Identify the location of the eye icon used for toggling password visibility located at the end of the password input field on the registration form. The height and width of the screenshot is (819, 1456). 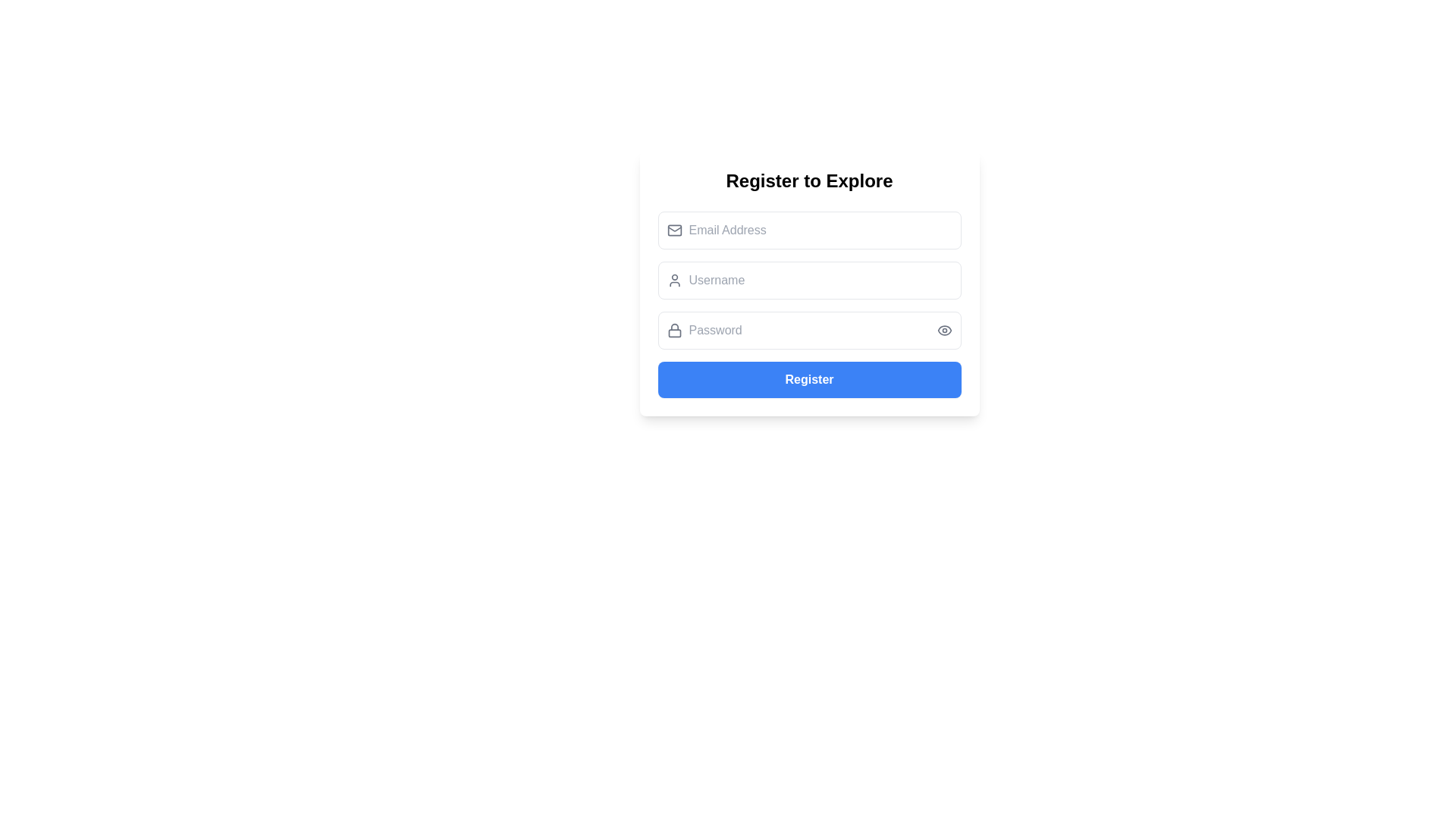
(943, 329).